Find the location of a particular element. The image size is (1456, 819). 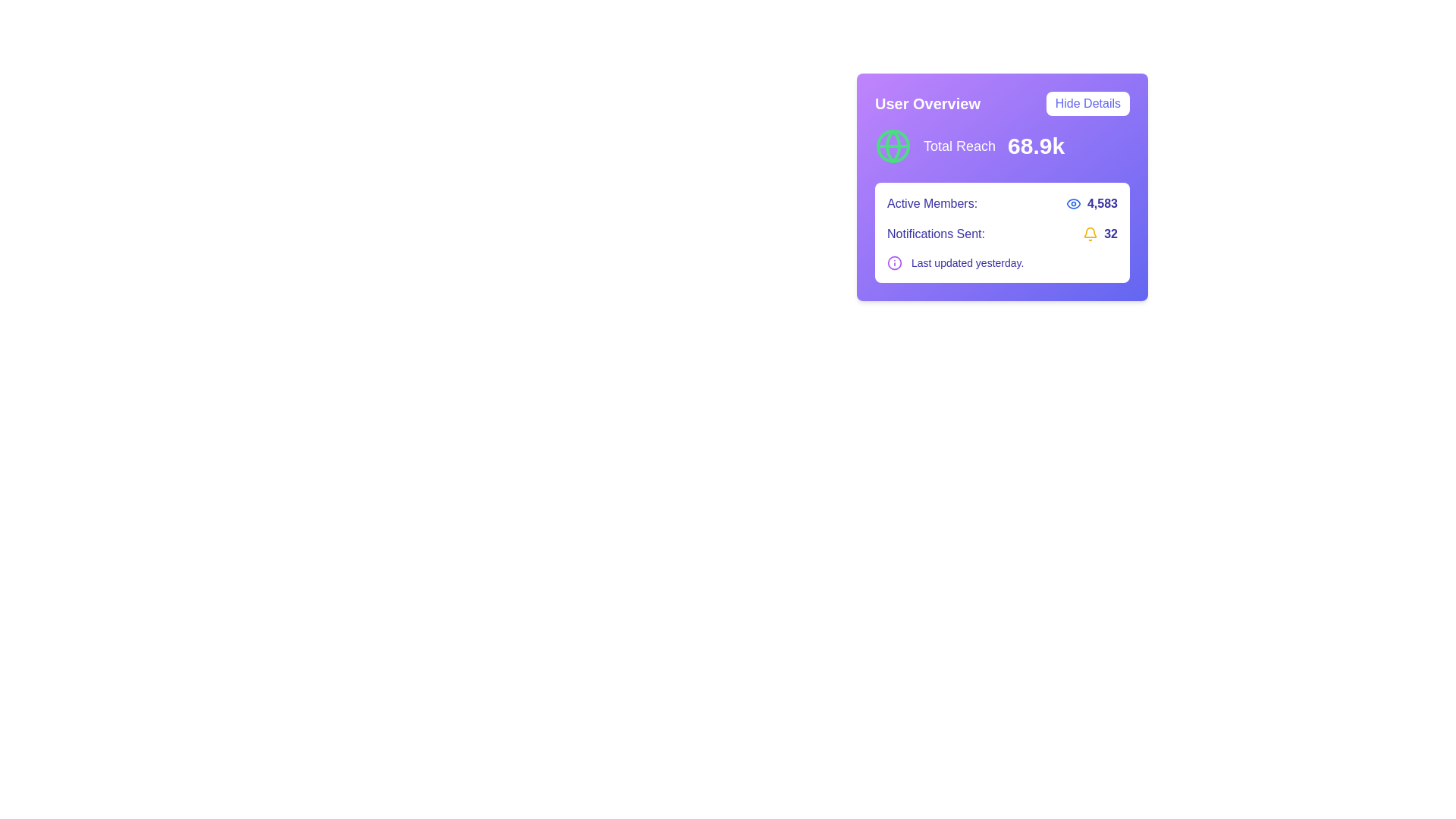

the informational icon located to the left of the text 'Last updated yesterday.' within the purple card labeled 'User Overview' is located at coordinates (895, 262).